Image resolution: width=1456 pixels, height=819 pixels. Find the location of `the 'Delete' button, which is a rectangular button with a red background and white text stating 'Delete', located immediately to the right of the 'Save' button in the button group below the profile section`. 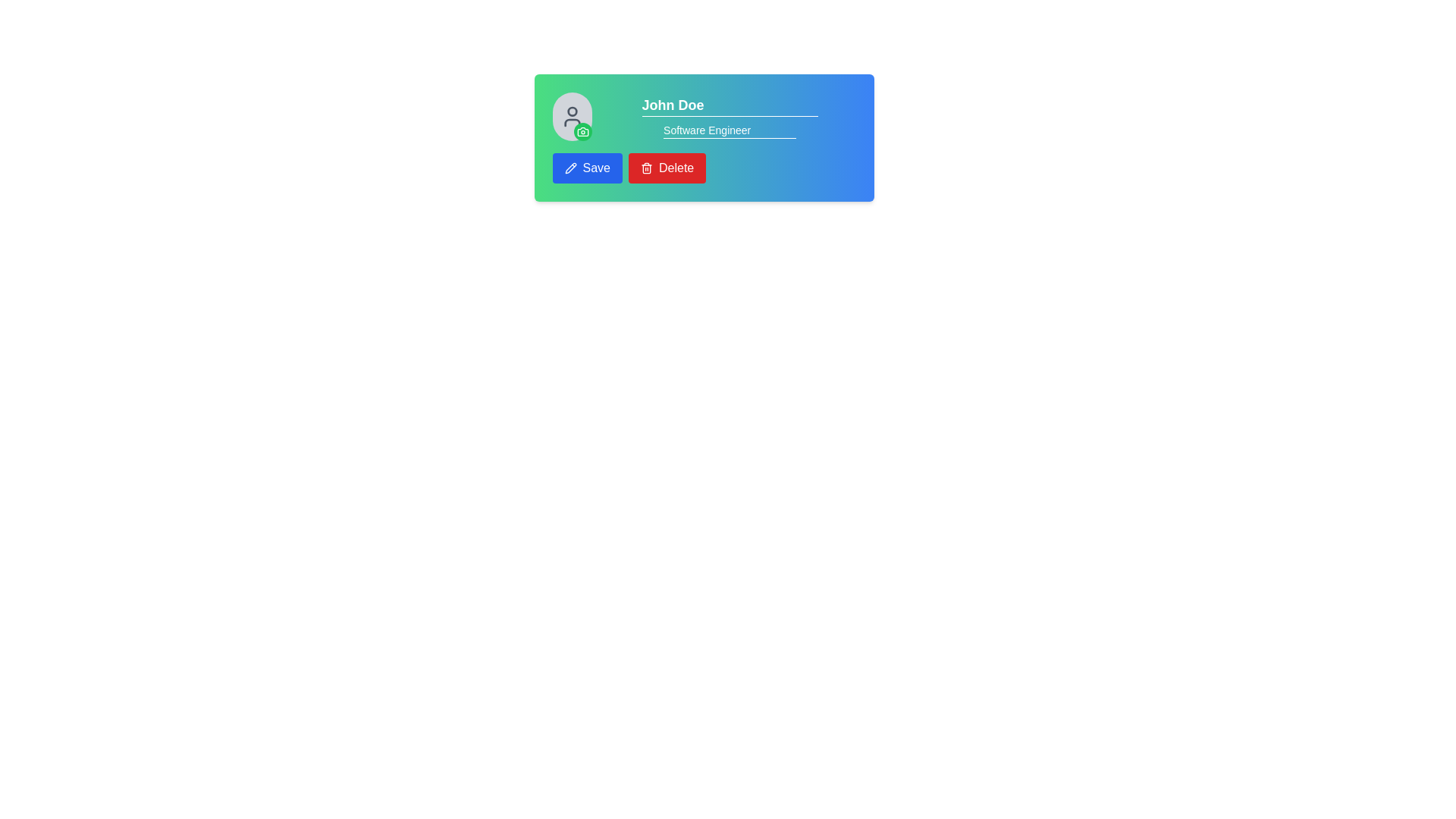

the 'Delete' button, which is a rectangular button with a red background and white text stating 'Delete', located immediately to the right of the 'Save' button in the button group below the profile section is located at coordinates (667, 168).